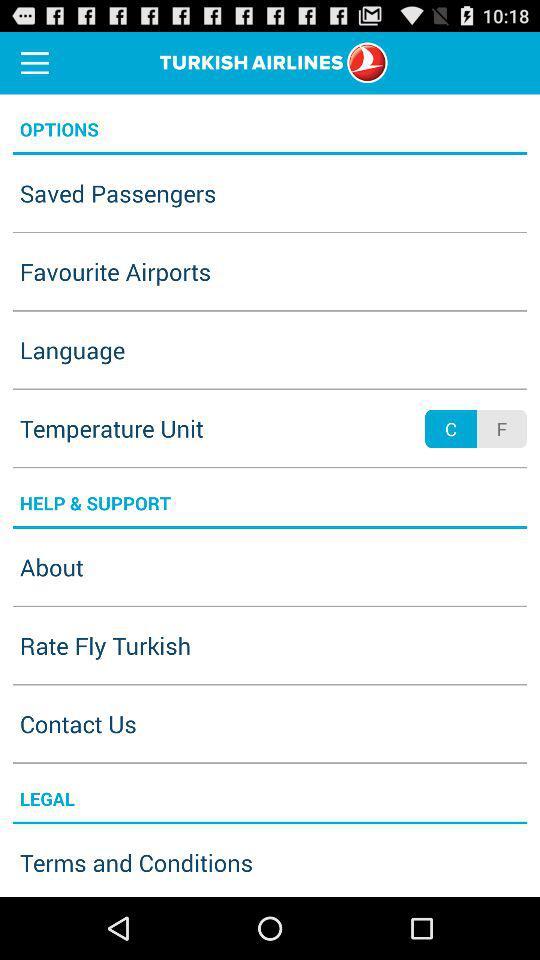  What do you see at coordinates (451, 429) in the screenshot?
I see `c` at bounding box center [451, 429].